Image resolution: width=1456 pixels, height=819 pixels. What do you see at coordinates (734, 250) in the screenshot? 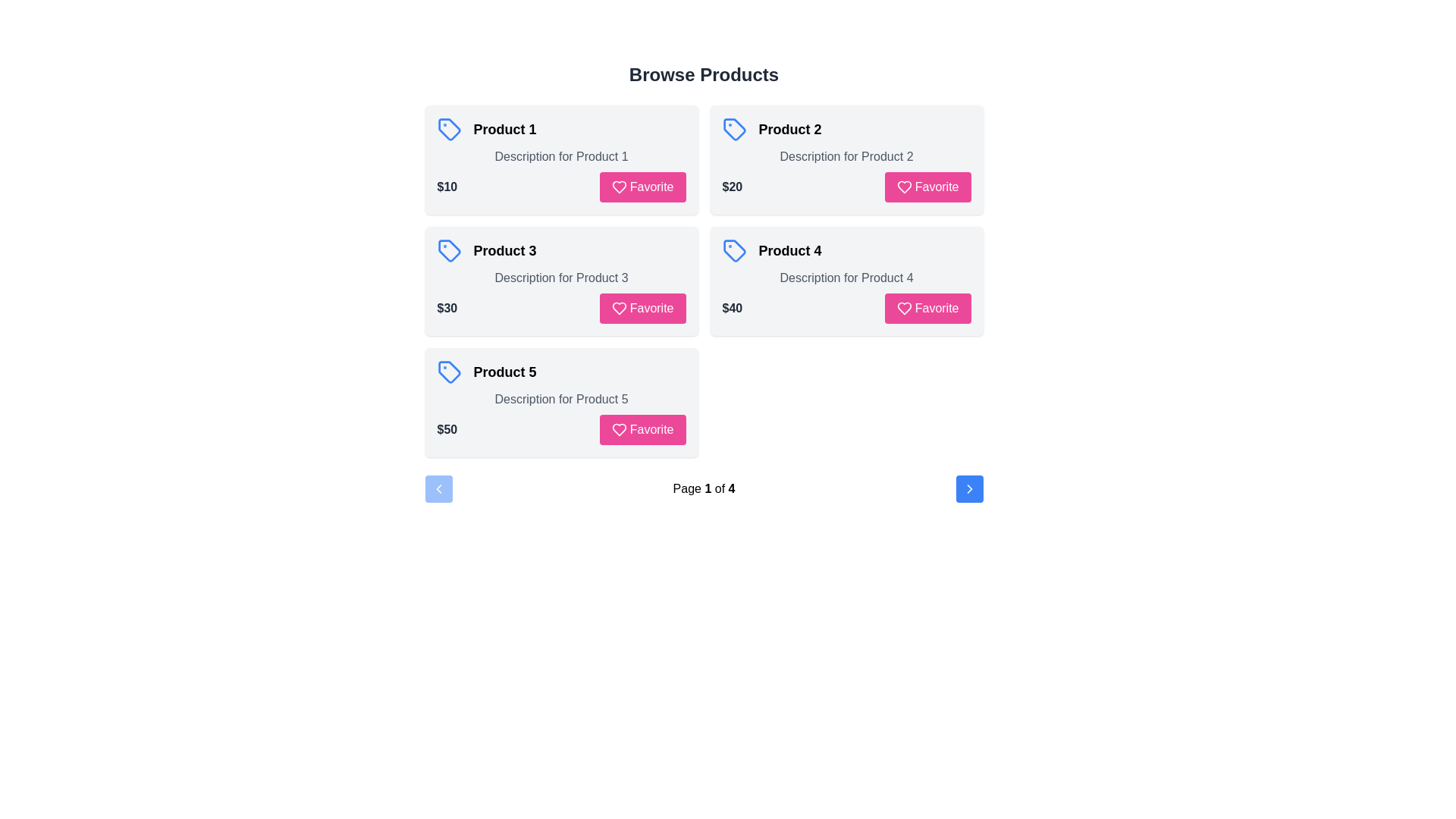
I see `the blue tag-like icon located in the upper-left corner of the 'Product 4' card, which serves as a decorative marker` at bounding box center [734, 250].